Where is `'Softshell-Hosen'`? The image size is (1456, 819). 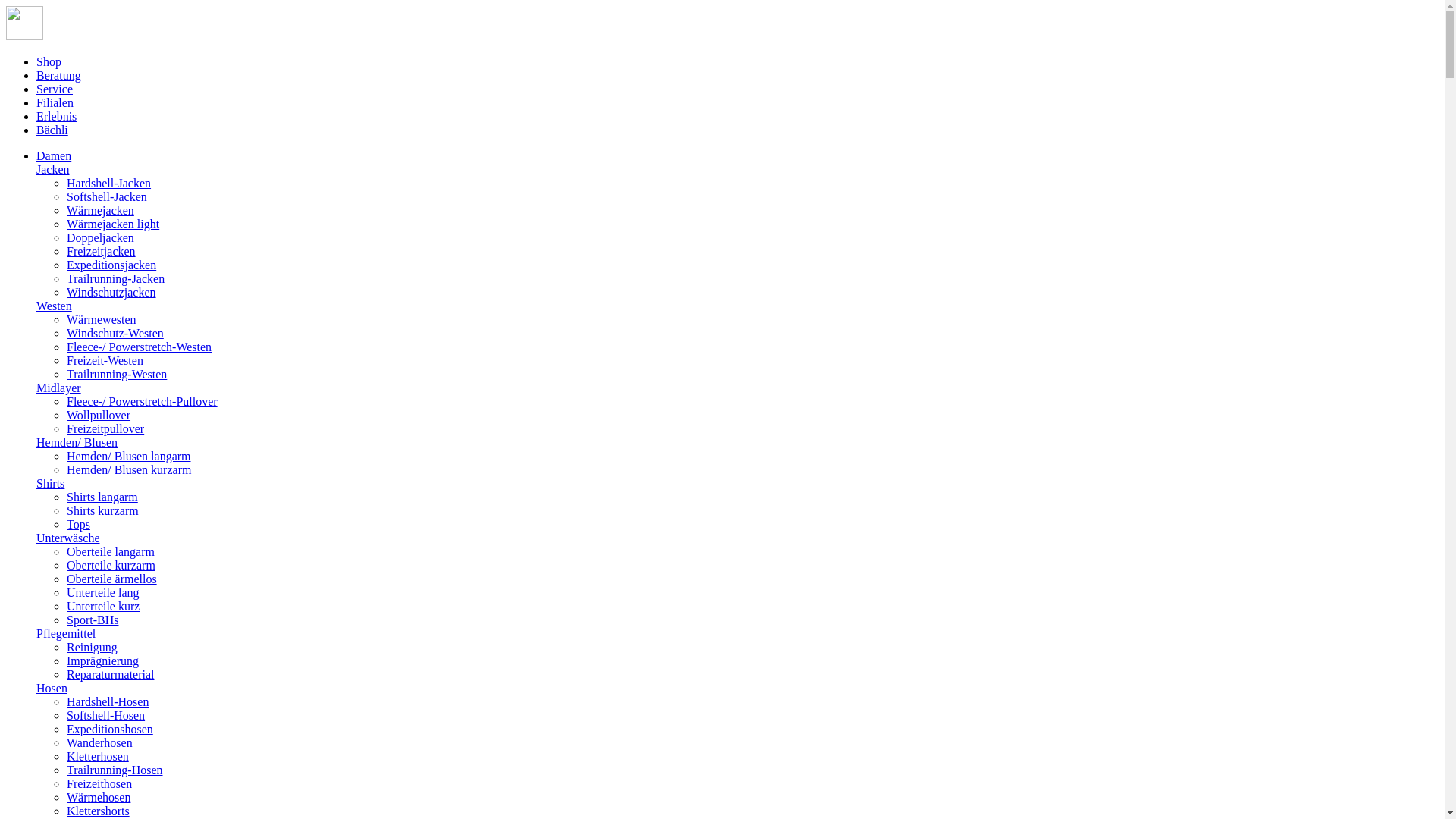 'Softshell-Hosen' is located at coordinates (105, 715).